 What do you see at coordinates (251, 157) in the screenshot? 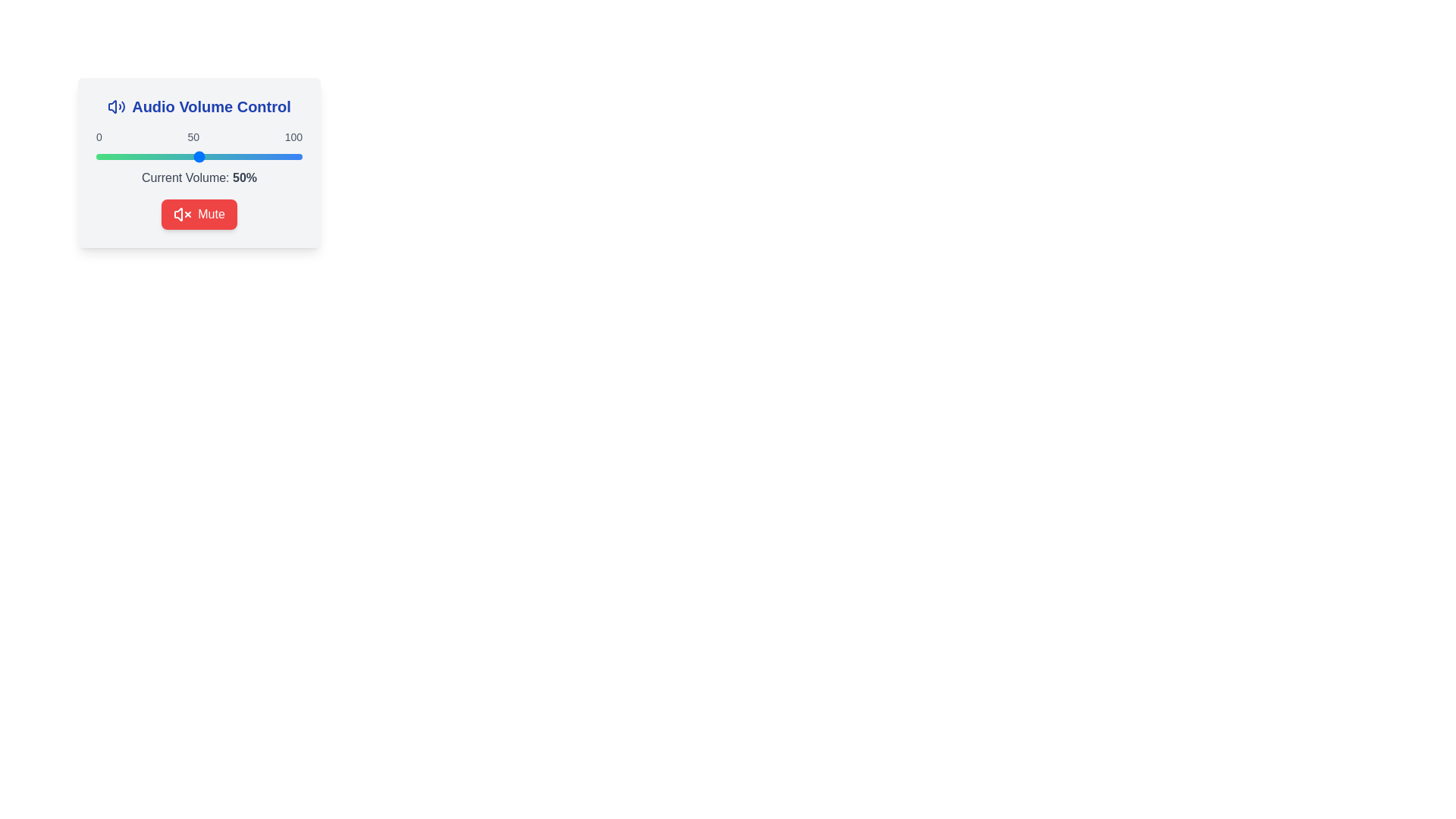
I see `the volume slider to set the volume to 75%` at bounding box center [251, 157].